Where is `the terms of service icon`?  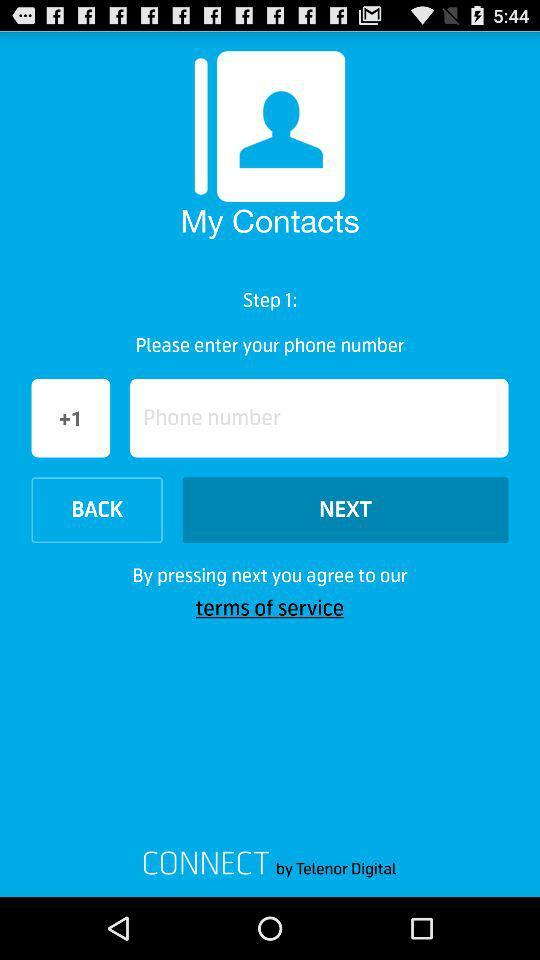 the terms of service icon is located at coordinates (270, 607).